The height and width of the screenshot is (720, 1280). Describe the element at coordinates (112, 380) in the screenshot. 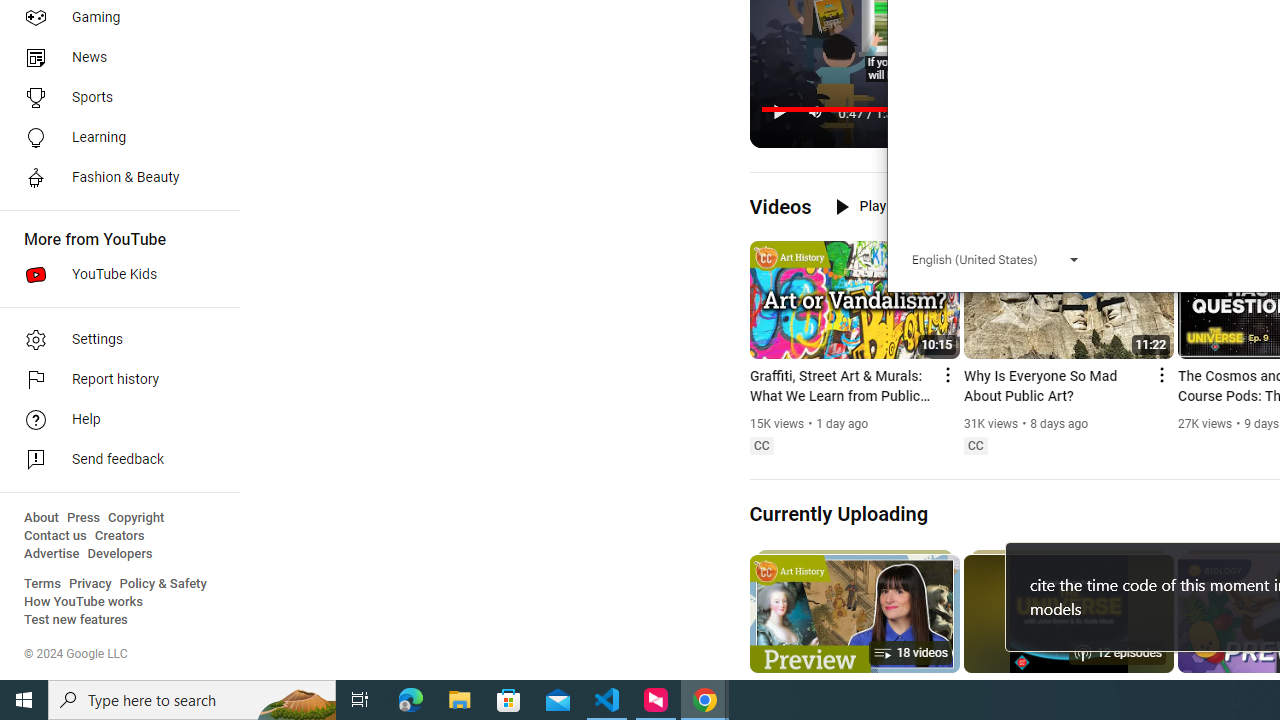

I see `'Report history'` at that location.